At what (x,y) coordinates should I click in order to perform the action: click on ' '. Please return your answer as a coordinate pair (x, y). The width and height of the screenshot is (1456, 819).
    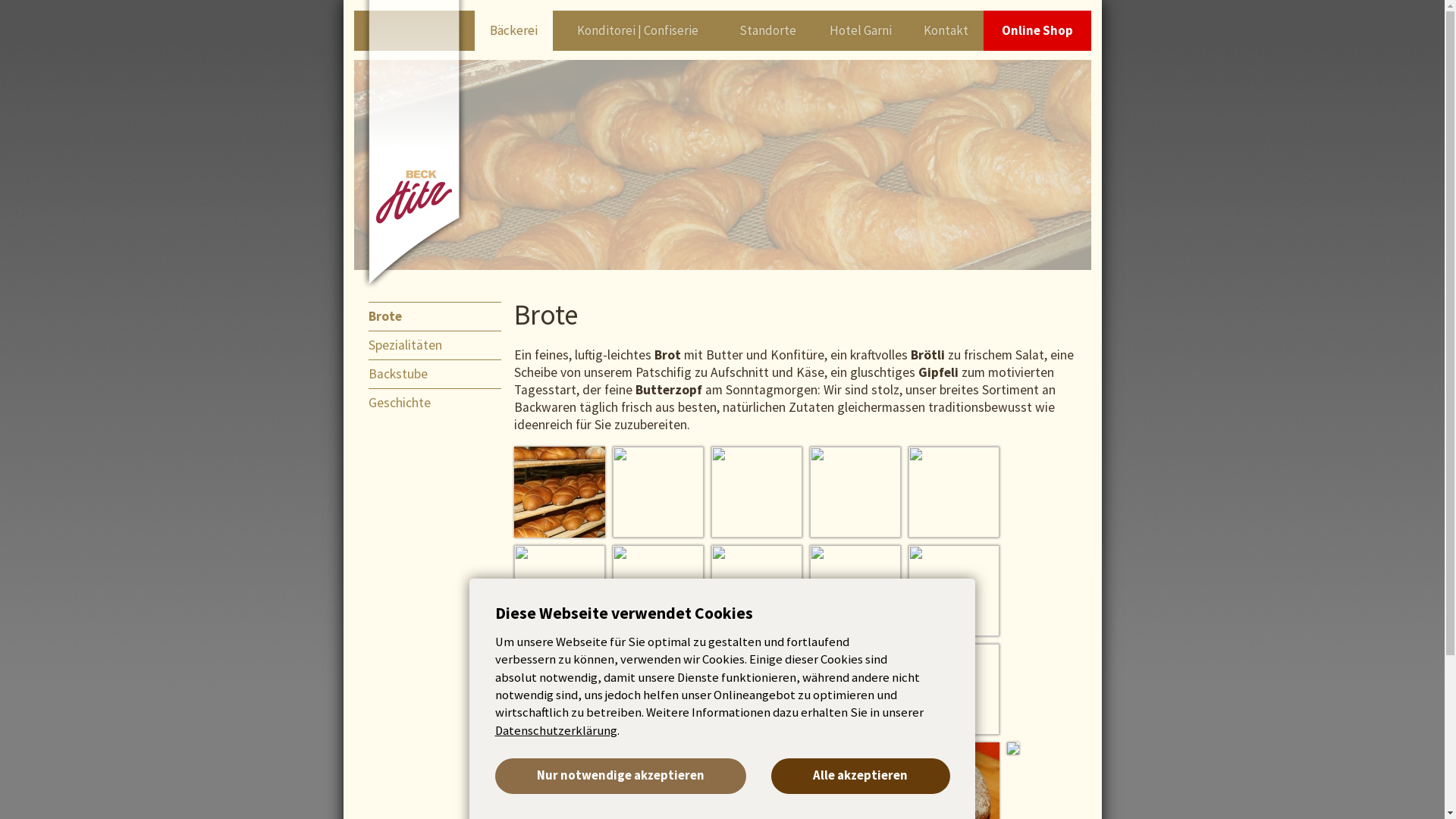
    Looking at the image, I should click on (809, 491).